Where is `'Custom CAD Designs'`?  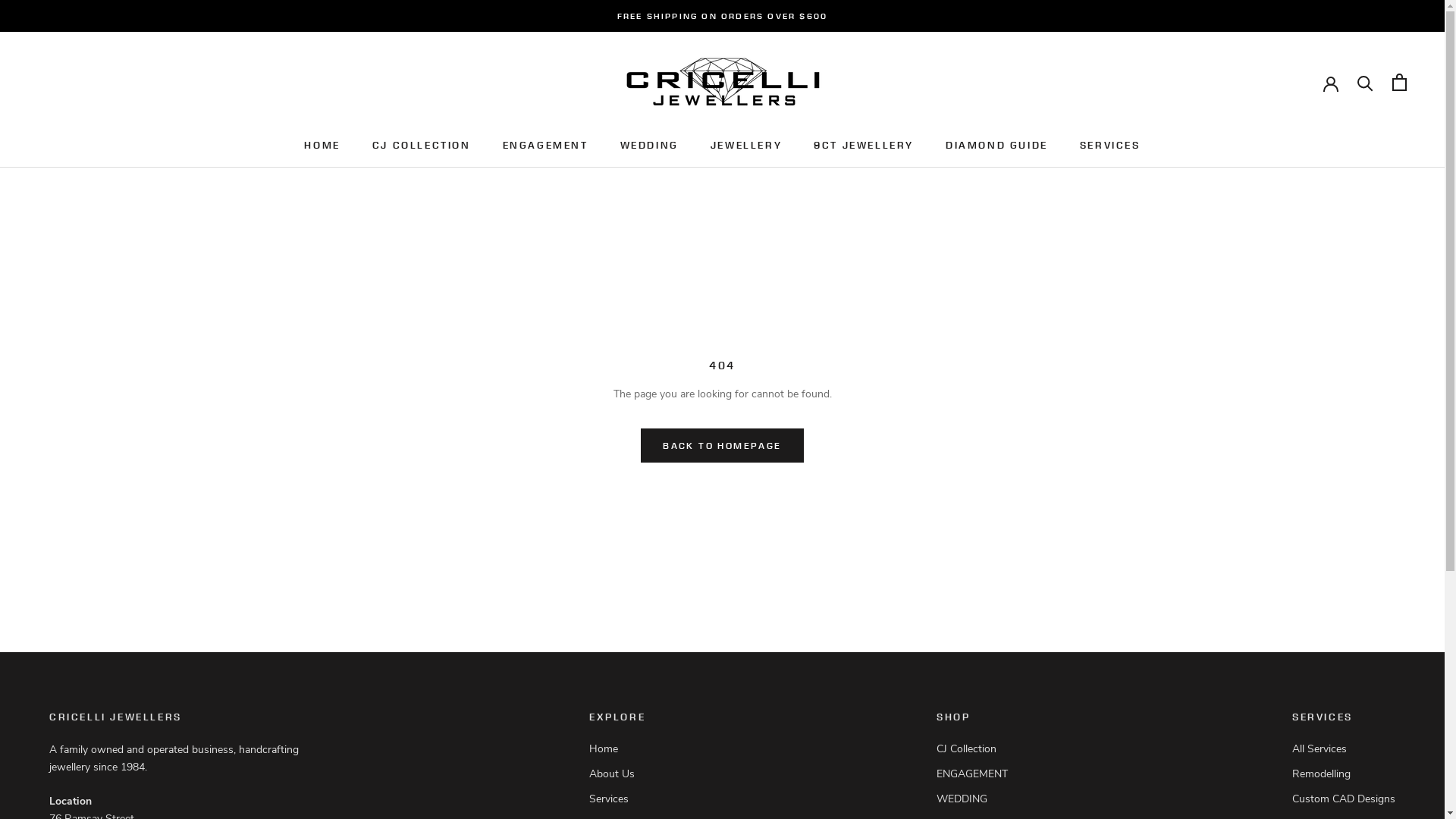
'Custom CAD Designs' is located at coordinates (1343, 798).